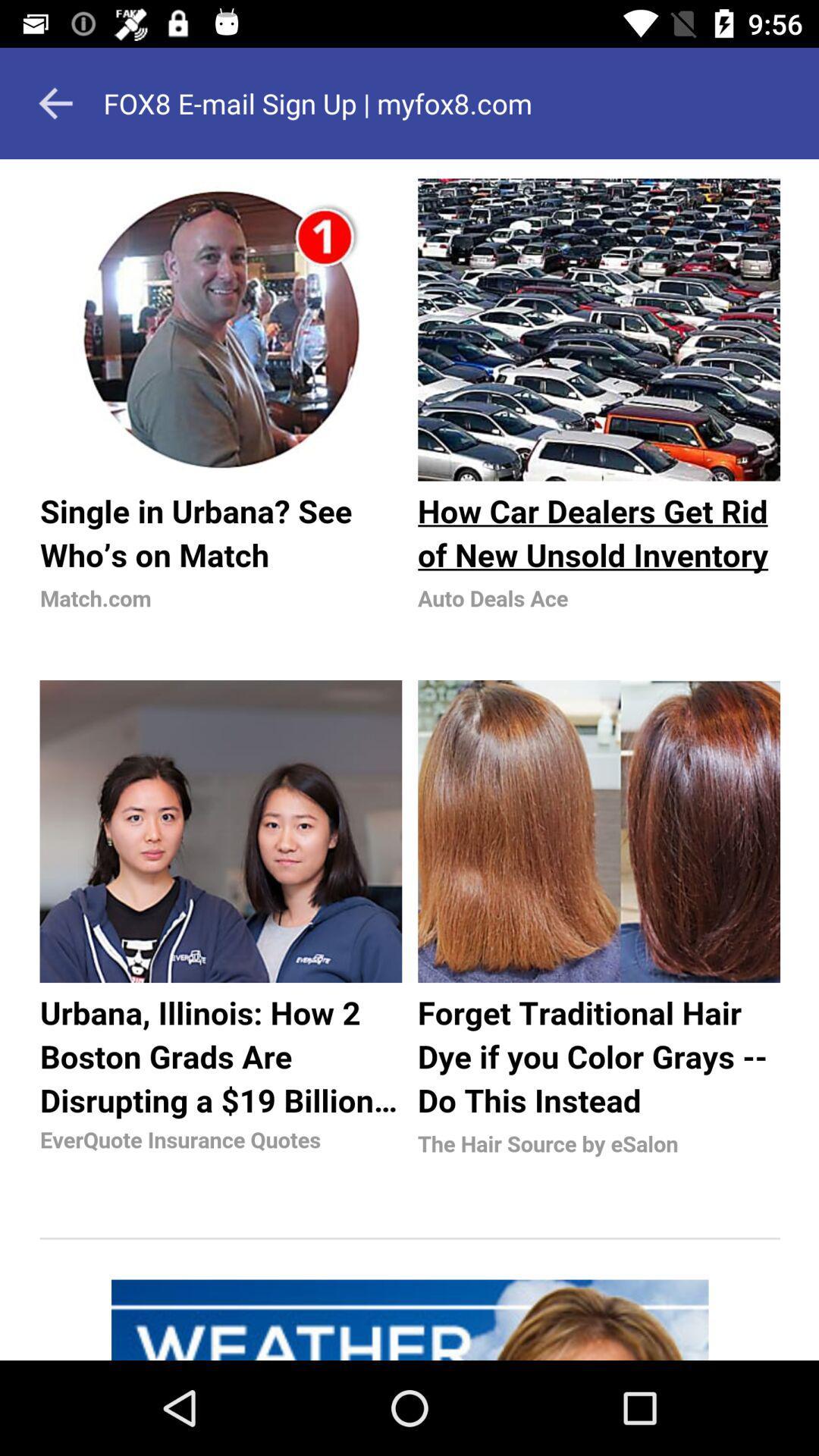 This screenshot has height=1456, width=819. What do you see at coordinates (55, 102) in the screenshot?
I see `previous` at bounding box center [55, 102].